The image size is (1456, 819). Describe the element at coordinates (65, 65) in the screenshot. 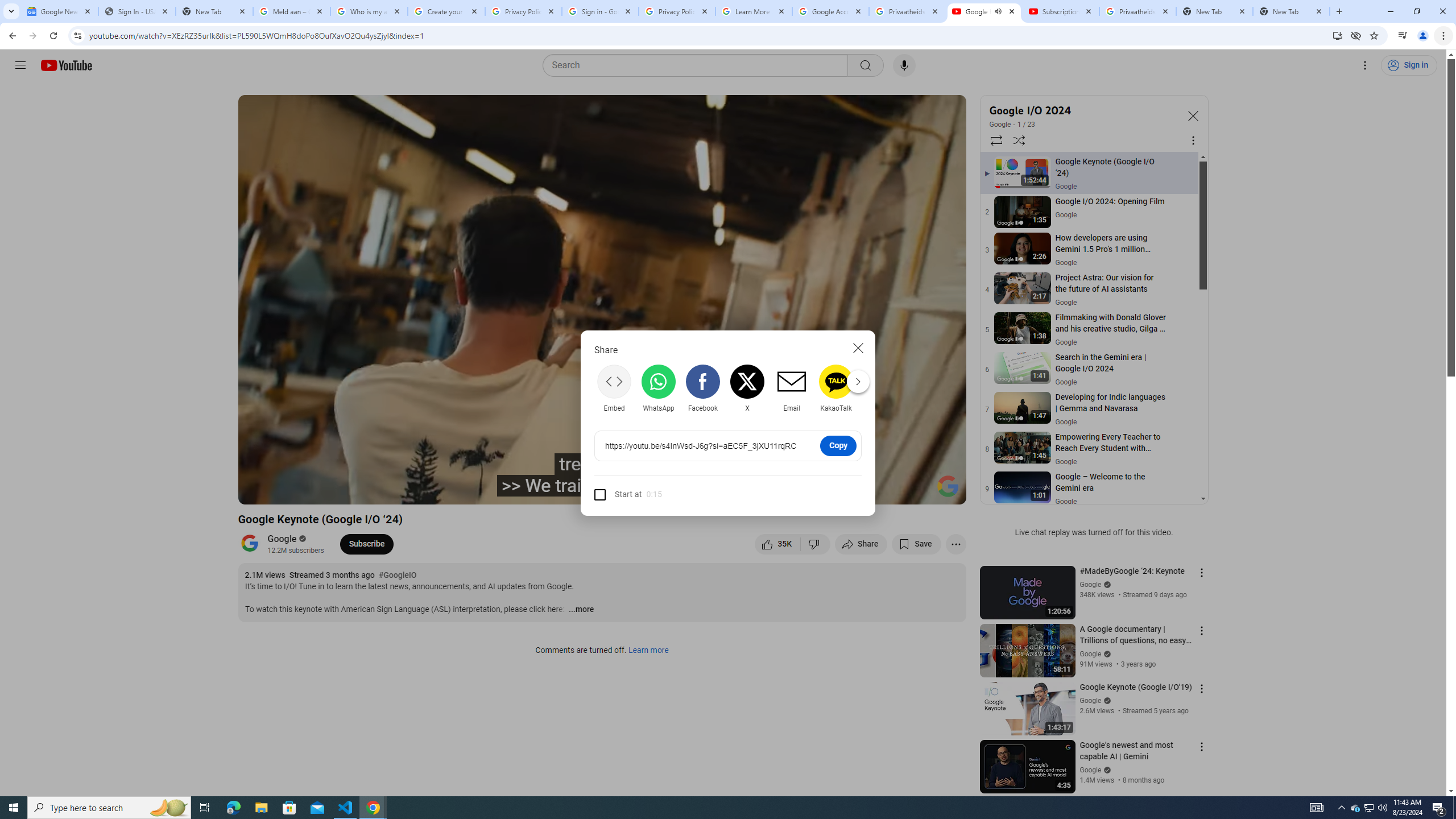

I see `'YouTube Home'` at that location.